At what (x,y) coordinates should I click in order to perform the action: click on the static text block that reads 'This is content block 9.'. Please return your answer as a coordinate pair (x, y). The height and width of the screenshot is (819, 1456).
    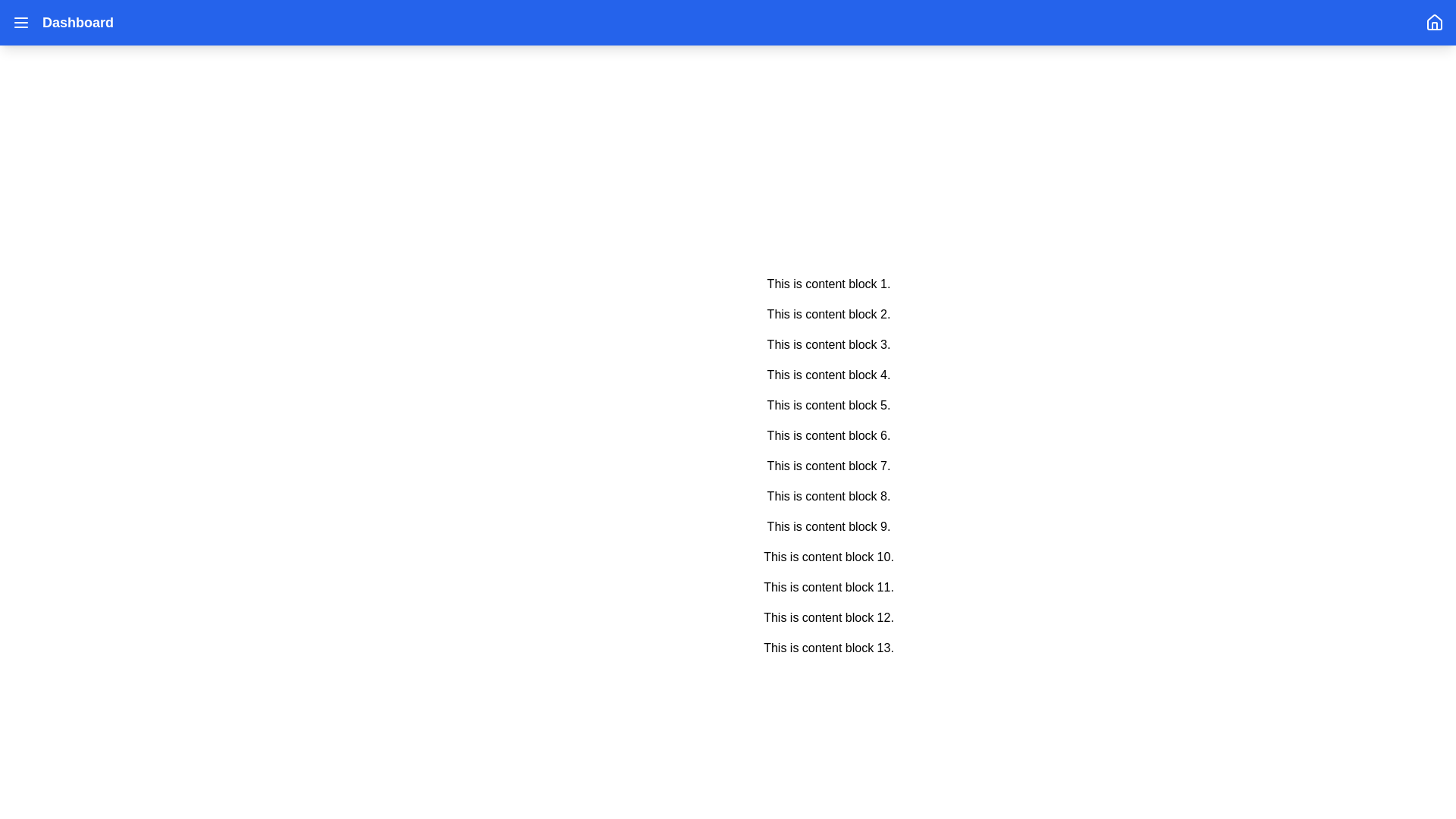
    Looking at the image, I should click on (828, 526).